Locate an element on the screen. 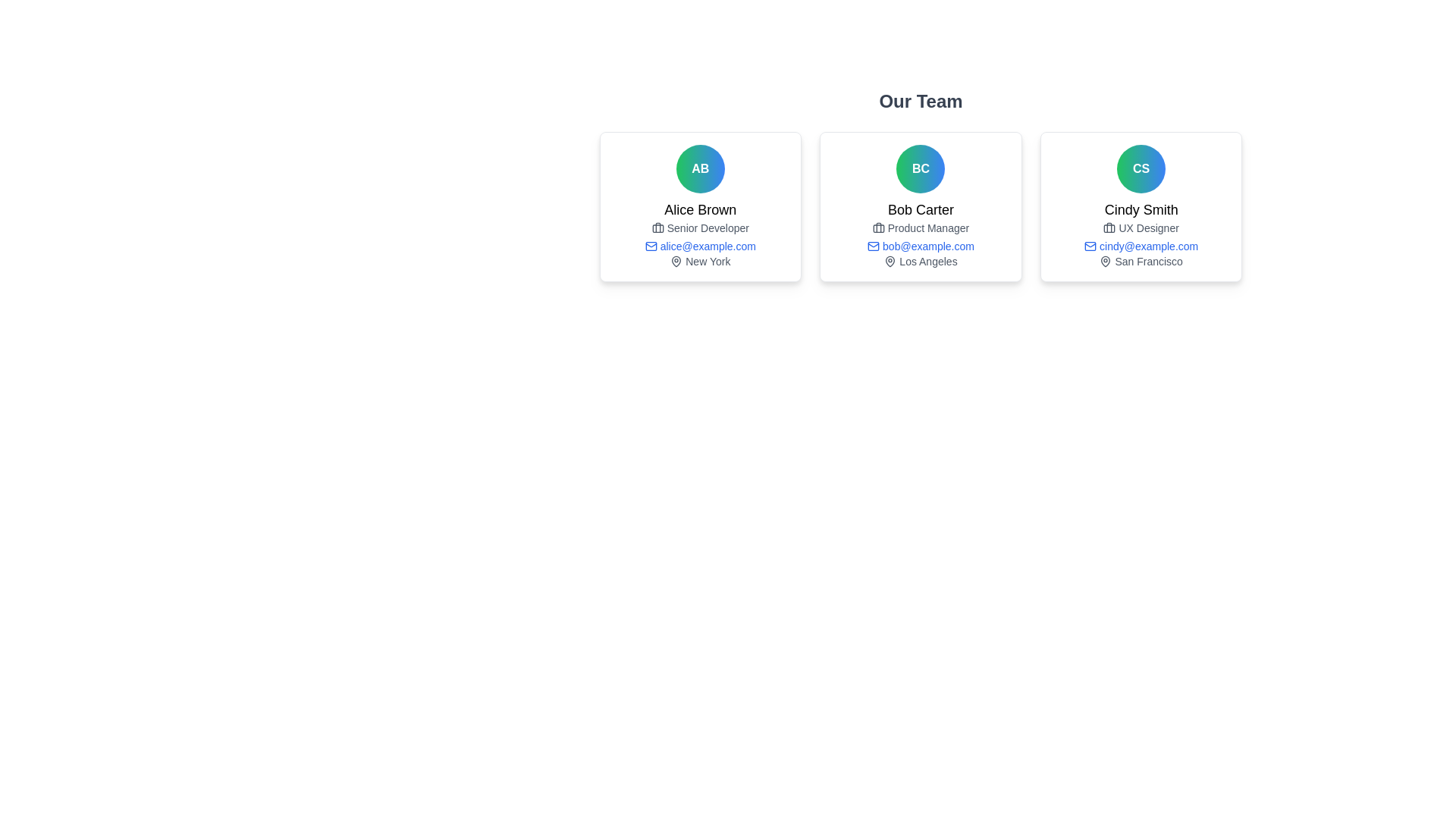  email address 'cindy@example.com' displayed in blue color under the name 'Cindy Smith' in the third profile card from the left is located at coordinates (1141, 245).